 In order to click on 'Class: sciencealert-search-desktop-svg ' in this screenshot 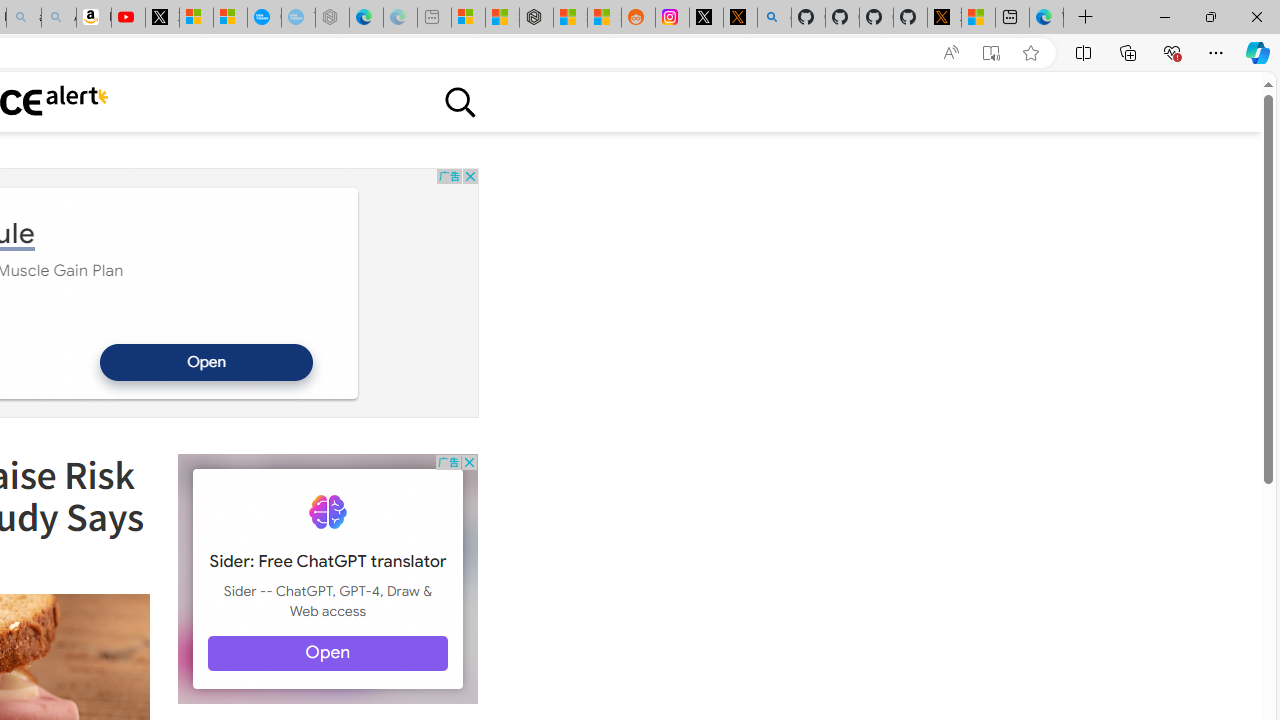, I will do `click(458, 102)`.